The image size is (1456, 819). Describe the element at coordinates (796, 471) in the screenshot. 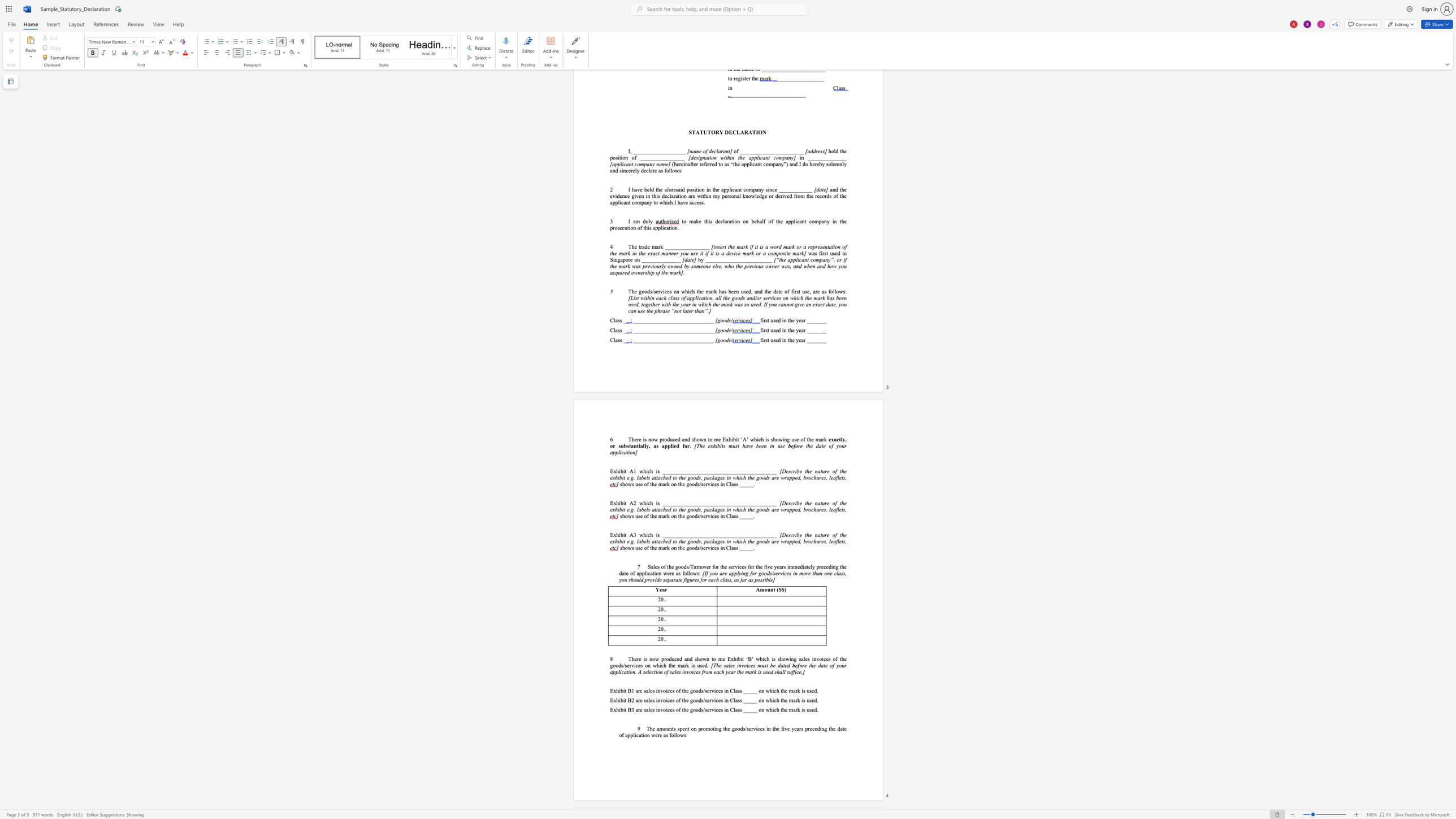

I see `the 1th character "i" in the text` at that location.